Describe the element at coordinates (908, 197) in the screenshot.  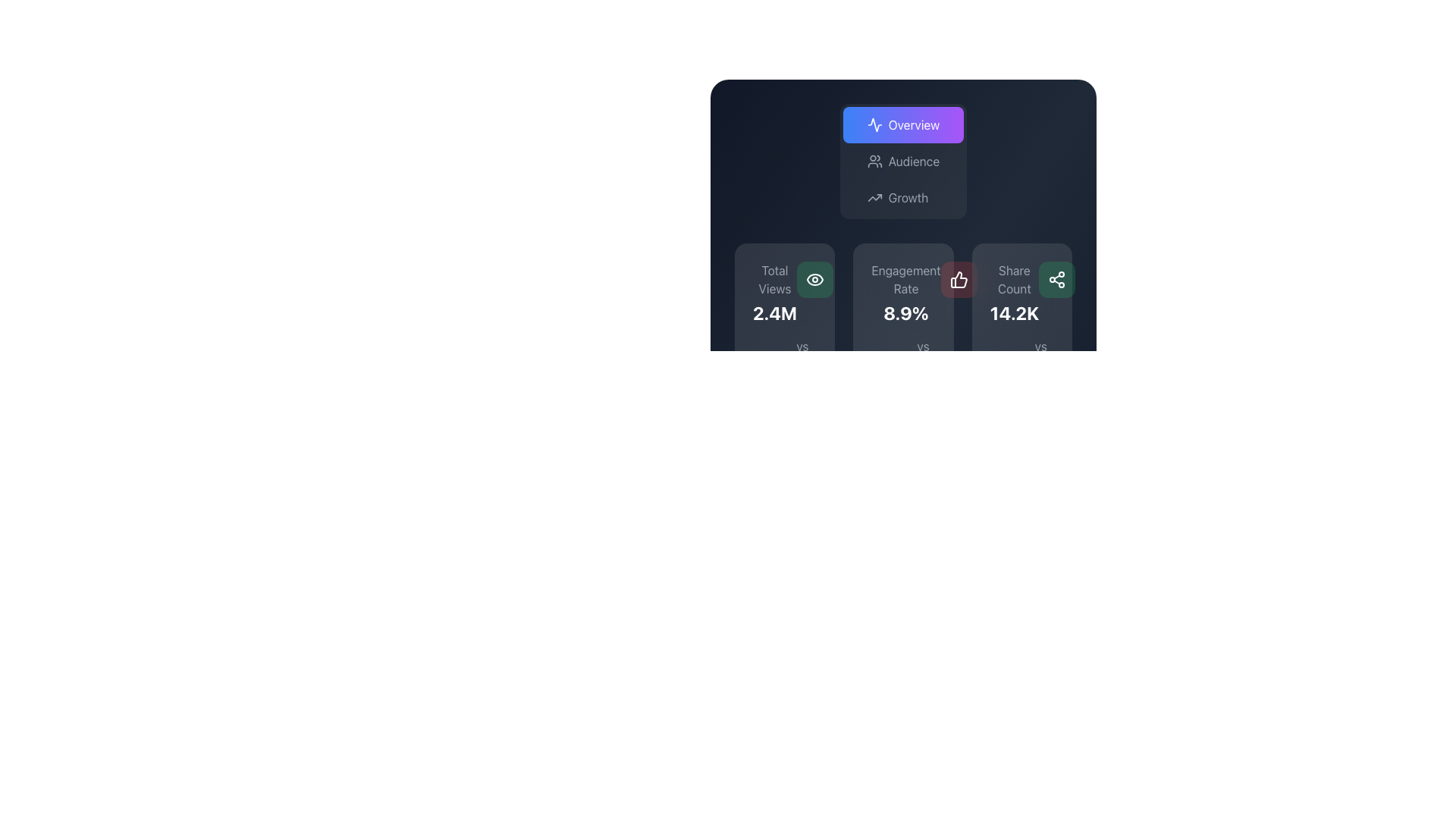
I see `the 'Growth' text label in the vertical navigation menu` at that location.